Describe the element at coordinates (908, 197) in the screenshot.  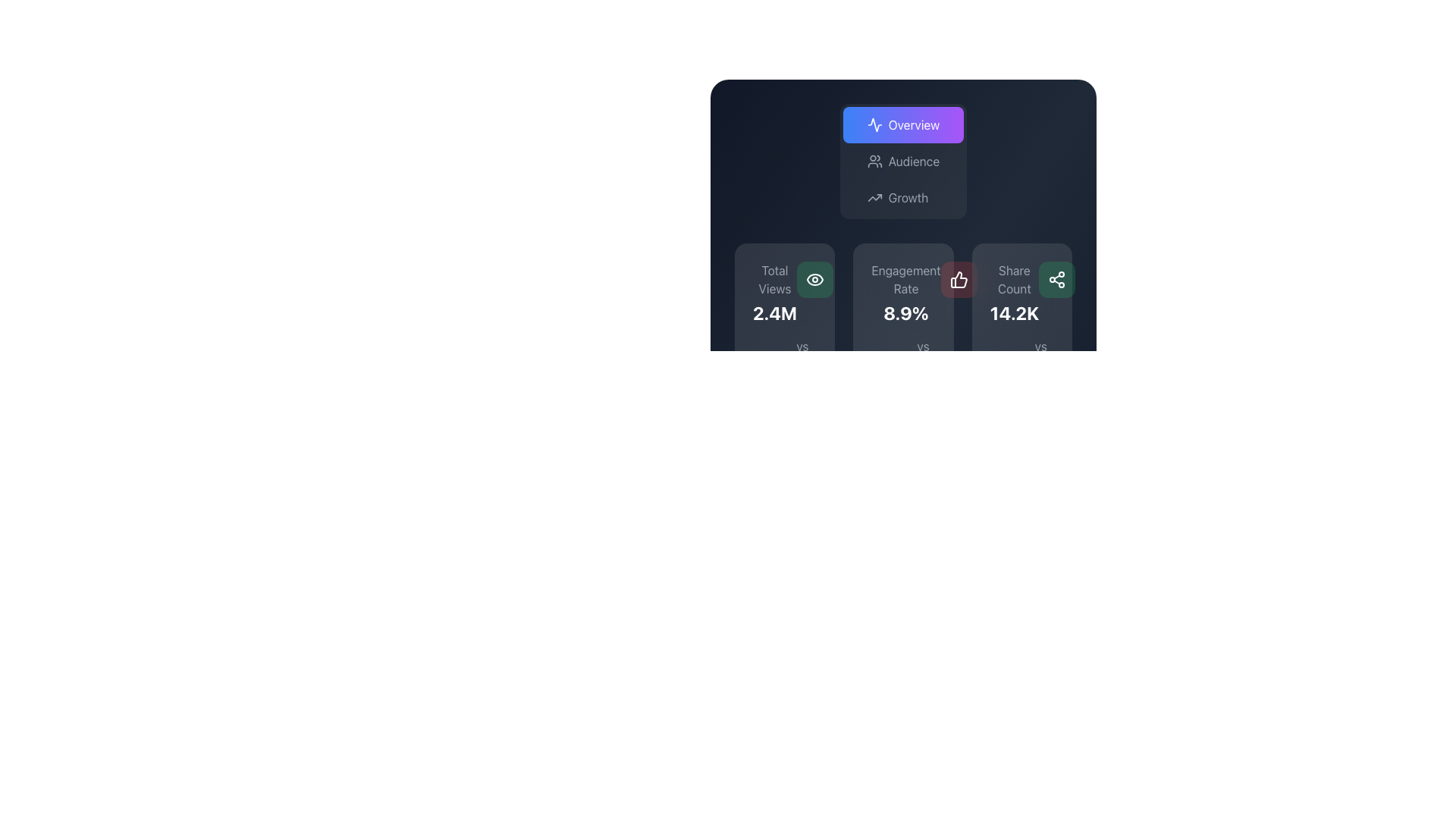
I see `the 'Growth' text label in the vertical navigation menu` at that location.